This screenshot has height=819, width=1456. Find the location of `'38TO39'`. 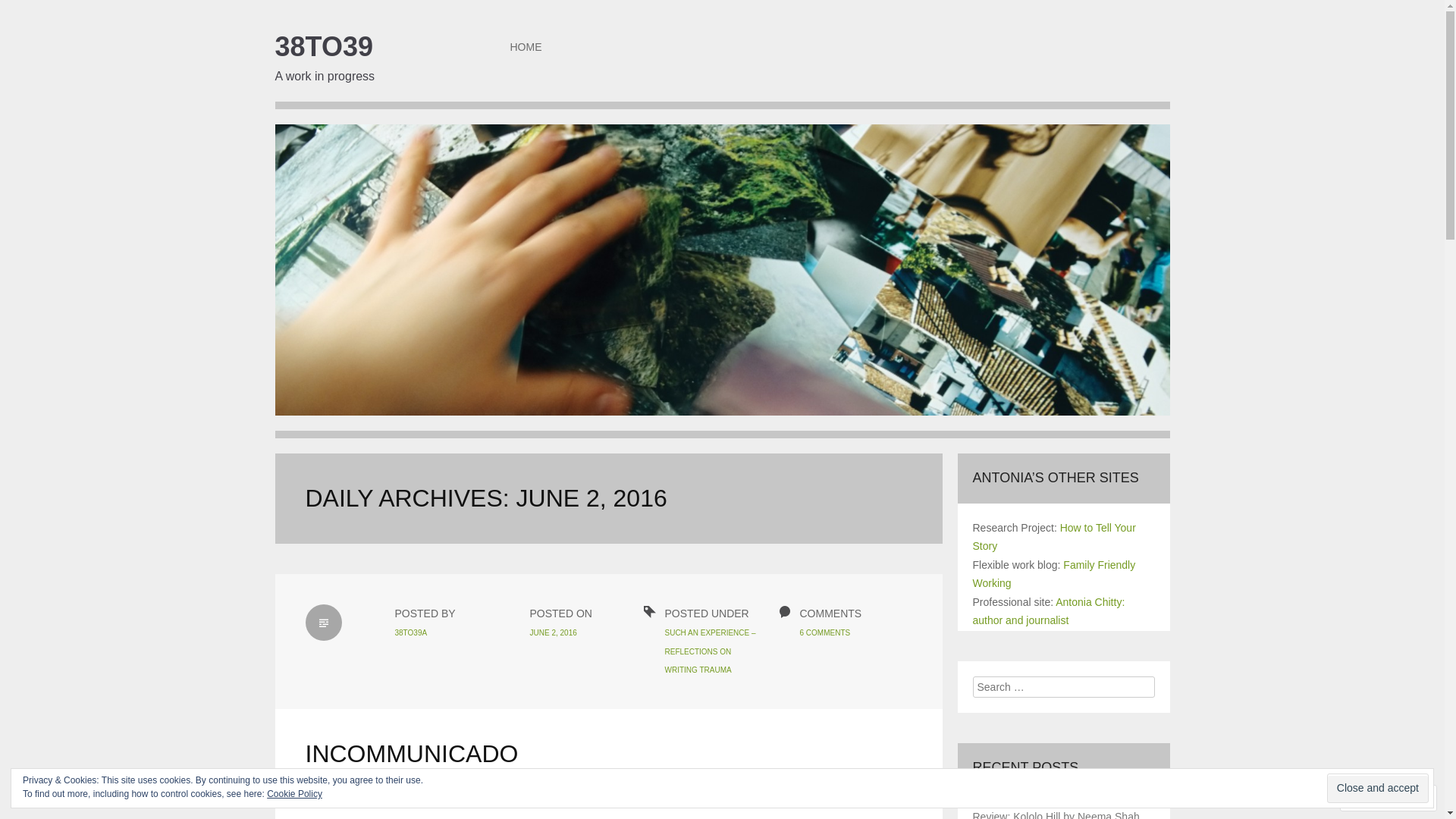

'38TO39' is located at coordinates (322, 45).